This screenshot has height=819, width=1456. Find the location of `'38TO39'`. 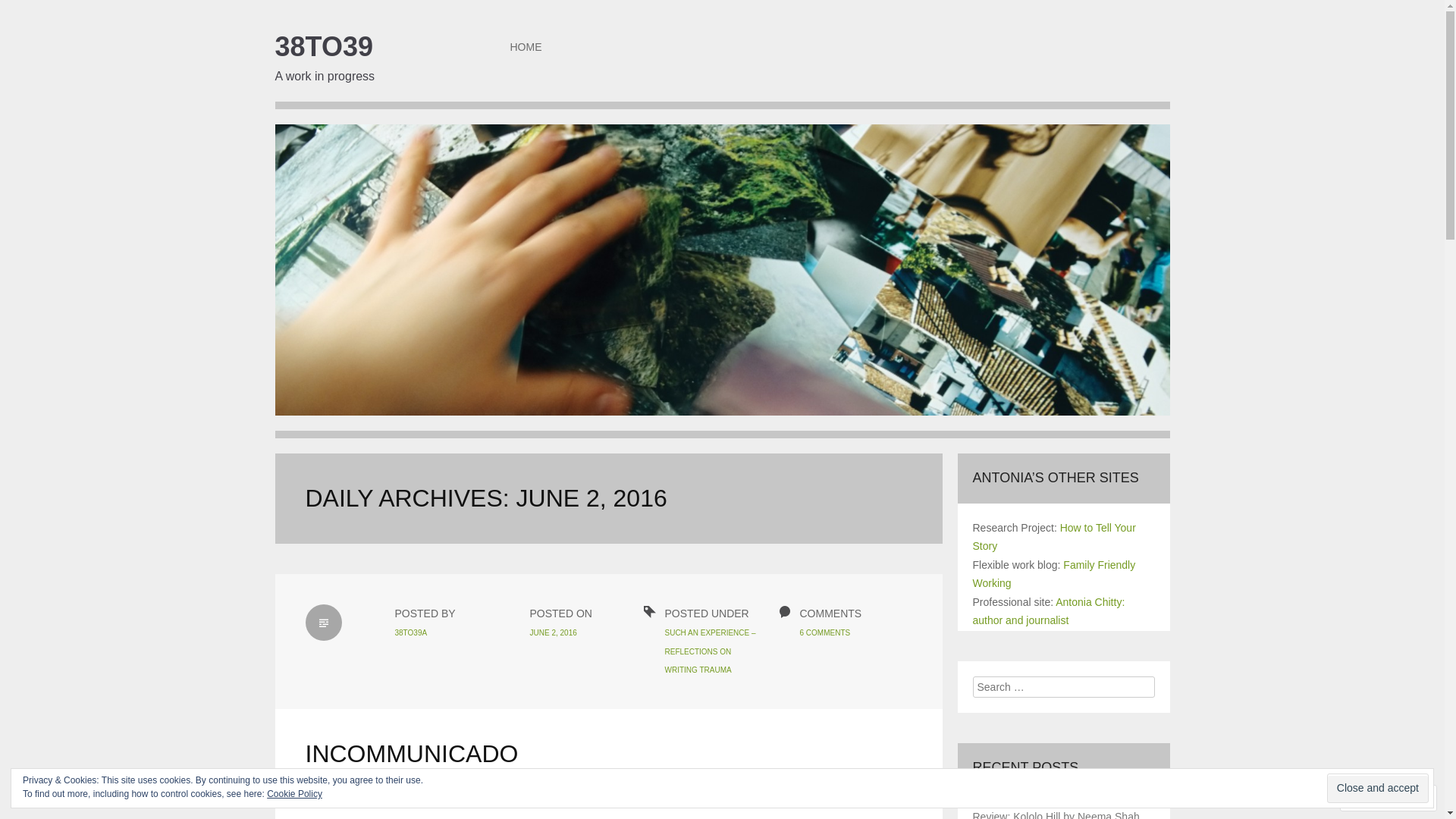

'38TO39' is located at coordinates (322, 45).